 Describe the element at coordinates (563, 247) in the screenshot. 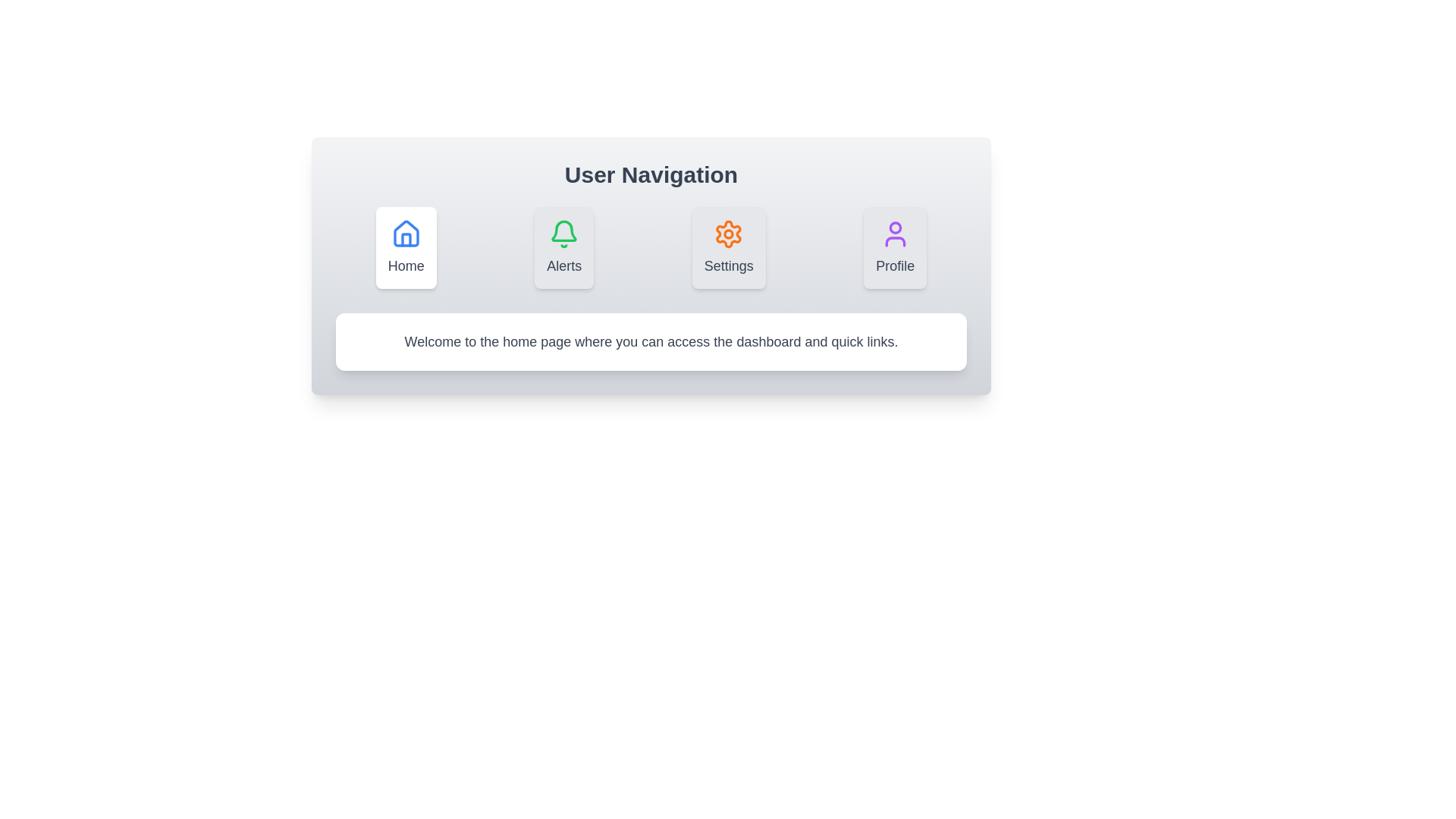

I see `the tab icon labeled Alerts to observe the visual feedback` at that location.